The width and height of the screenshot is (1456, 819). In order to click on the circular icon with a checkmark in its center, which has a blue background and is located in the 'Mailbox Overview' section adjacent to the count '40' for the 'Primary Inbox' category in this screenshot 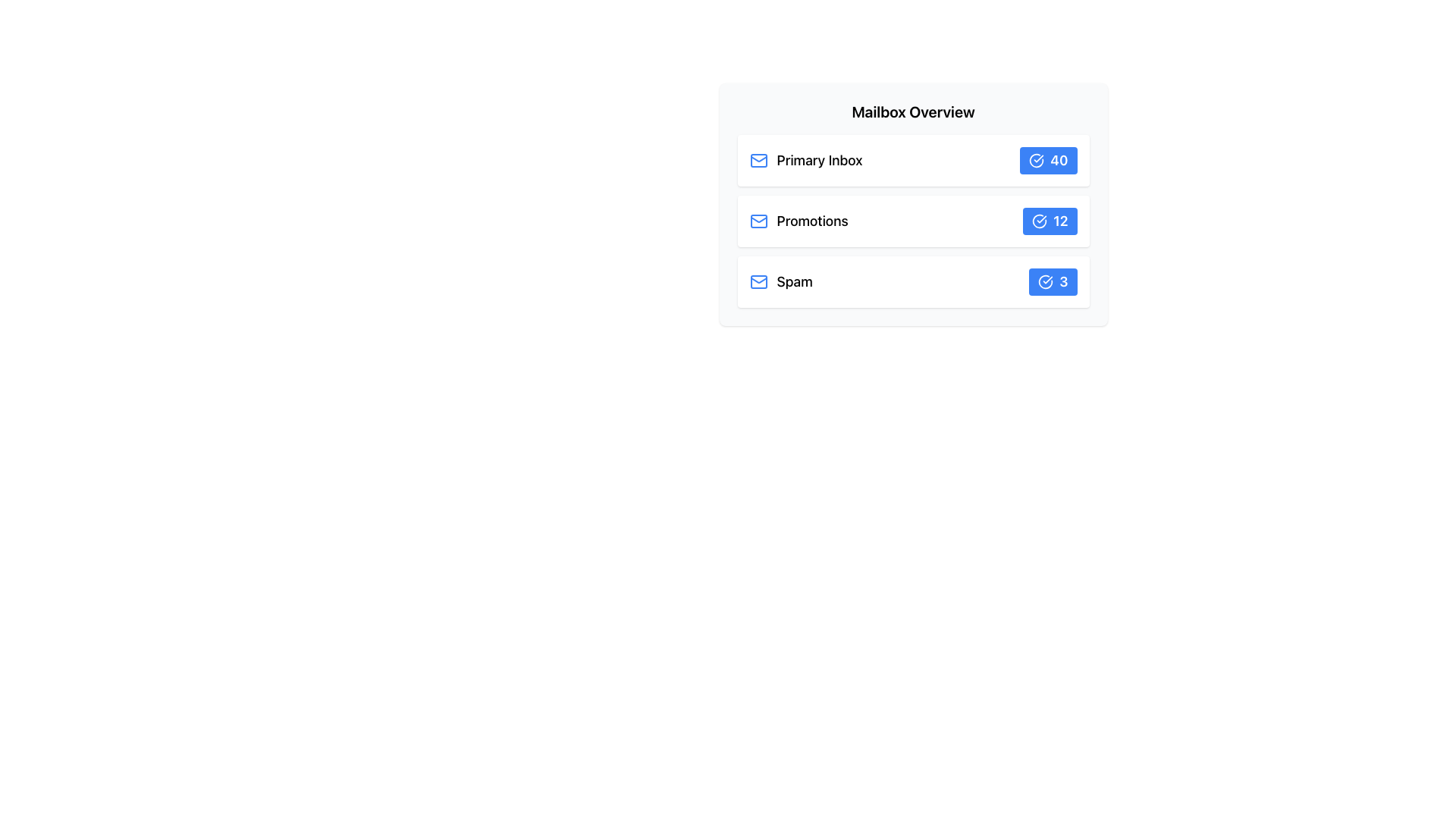, I will do `click(1036, 161)`.